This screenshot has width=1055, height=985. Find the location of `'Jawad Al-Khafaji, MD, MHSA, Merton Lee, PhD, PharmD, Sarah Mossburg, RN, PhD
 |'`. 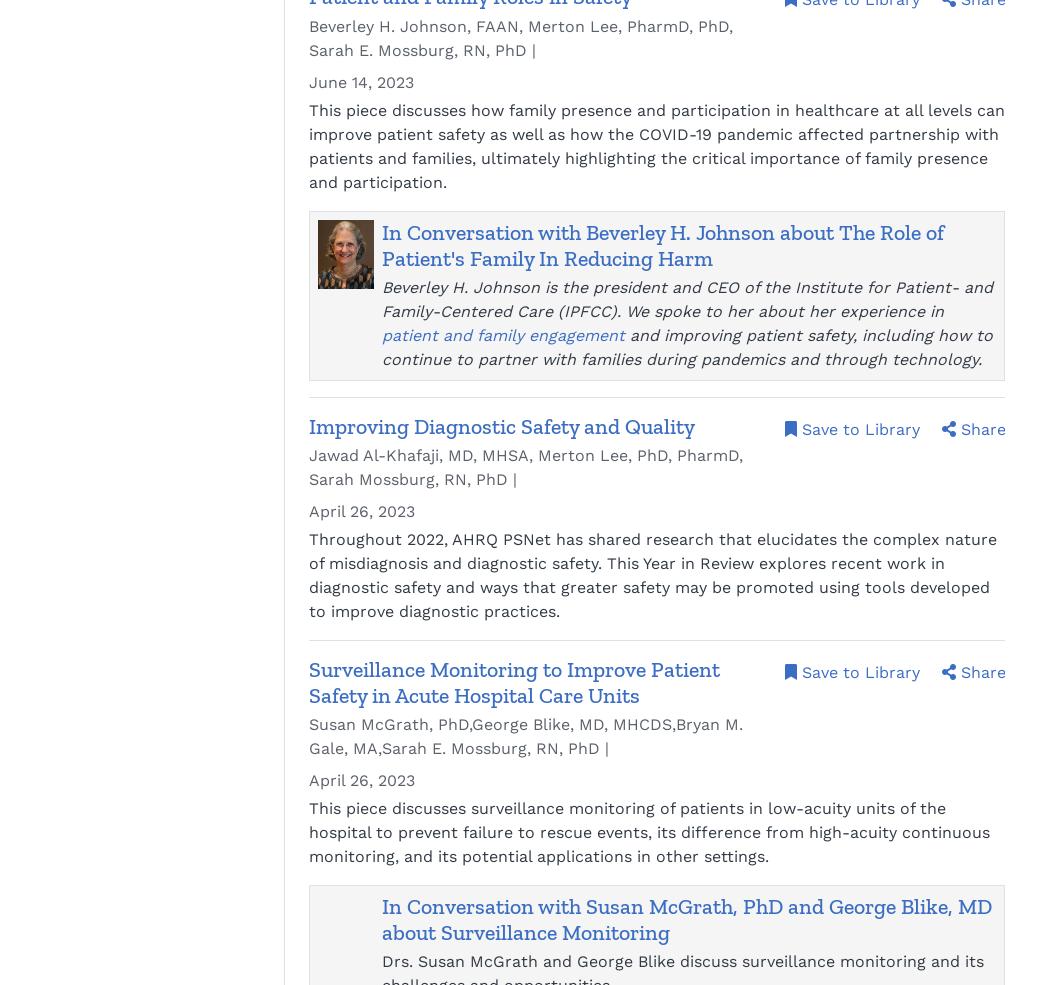

'Jawad Al-Khafaji, MD, MHSA, Merton Lee, PhD, PharmD, Sarah Mossburg, RN, PhD
 |' is located at coordinates (526, 465).